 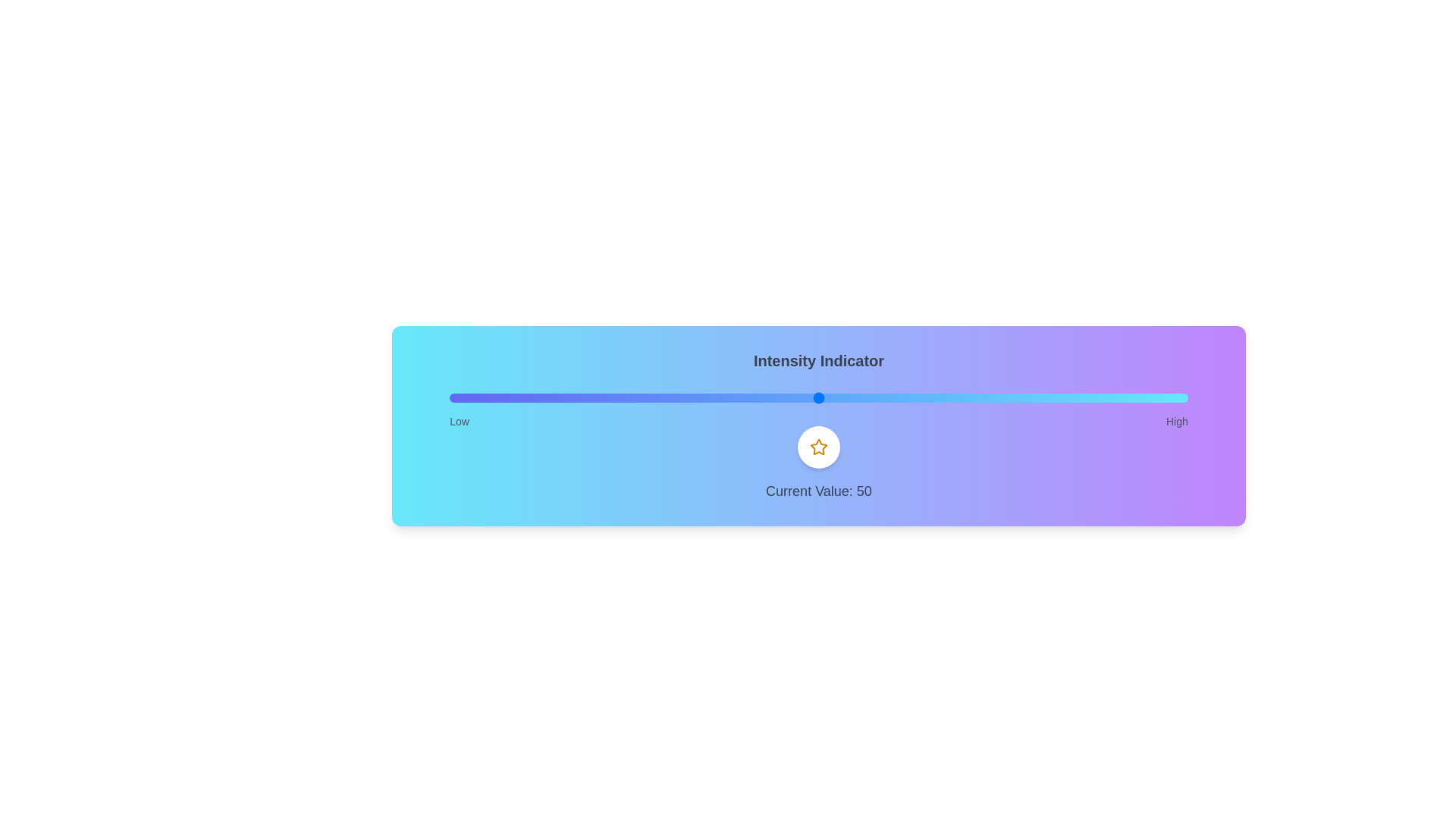 I want to click on the slider to a specific value, 39, to observe the icon's behavior, so click(x=737, y=397).